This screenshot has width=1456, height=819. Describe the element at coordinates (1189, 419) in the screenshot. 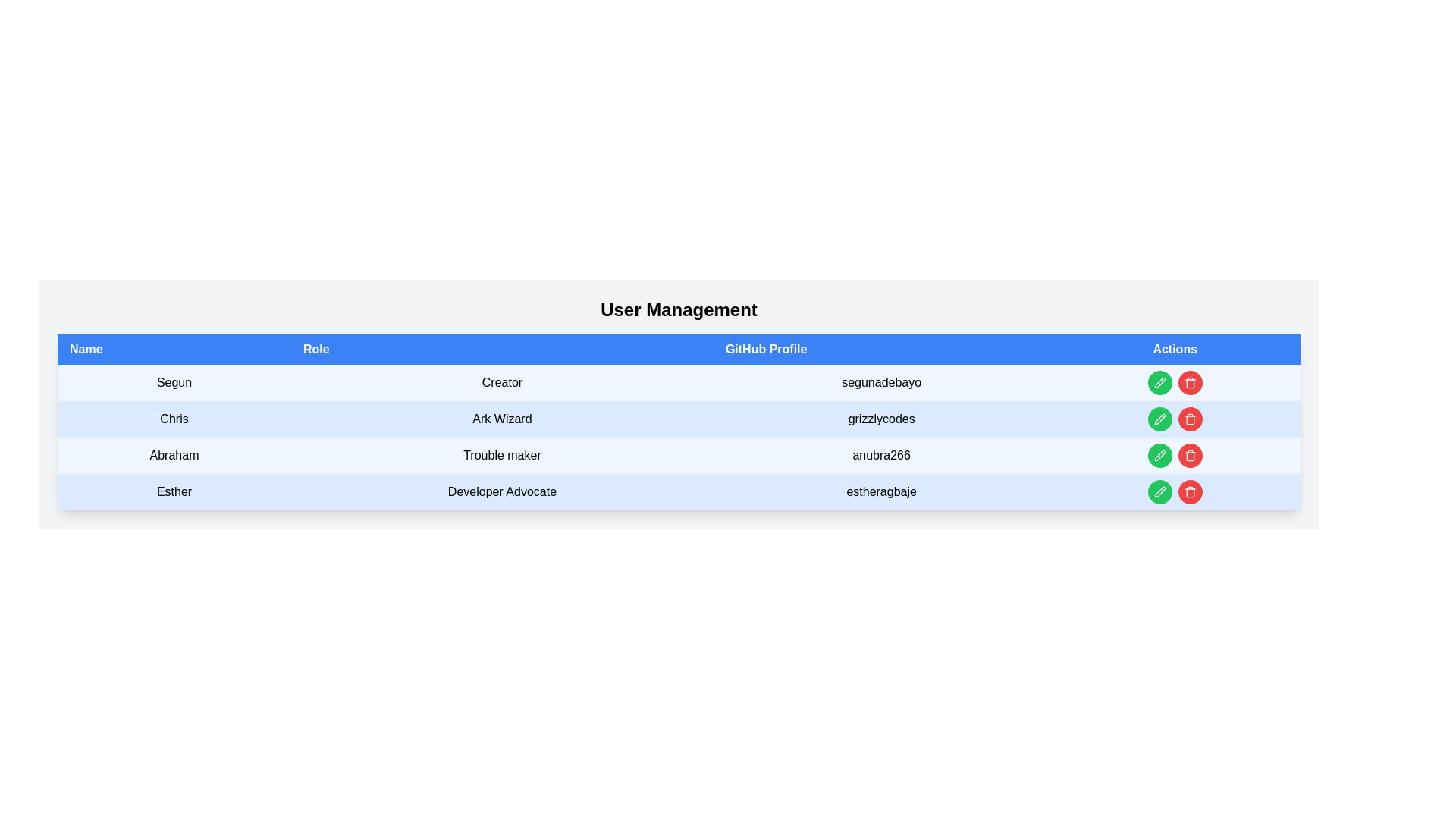

I see `the delete button in the 'Actions' column of the table row for 'Chris'` at that location.